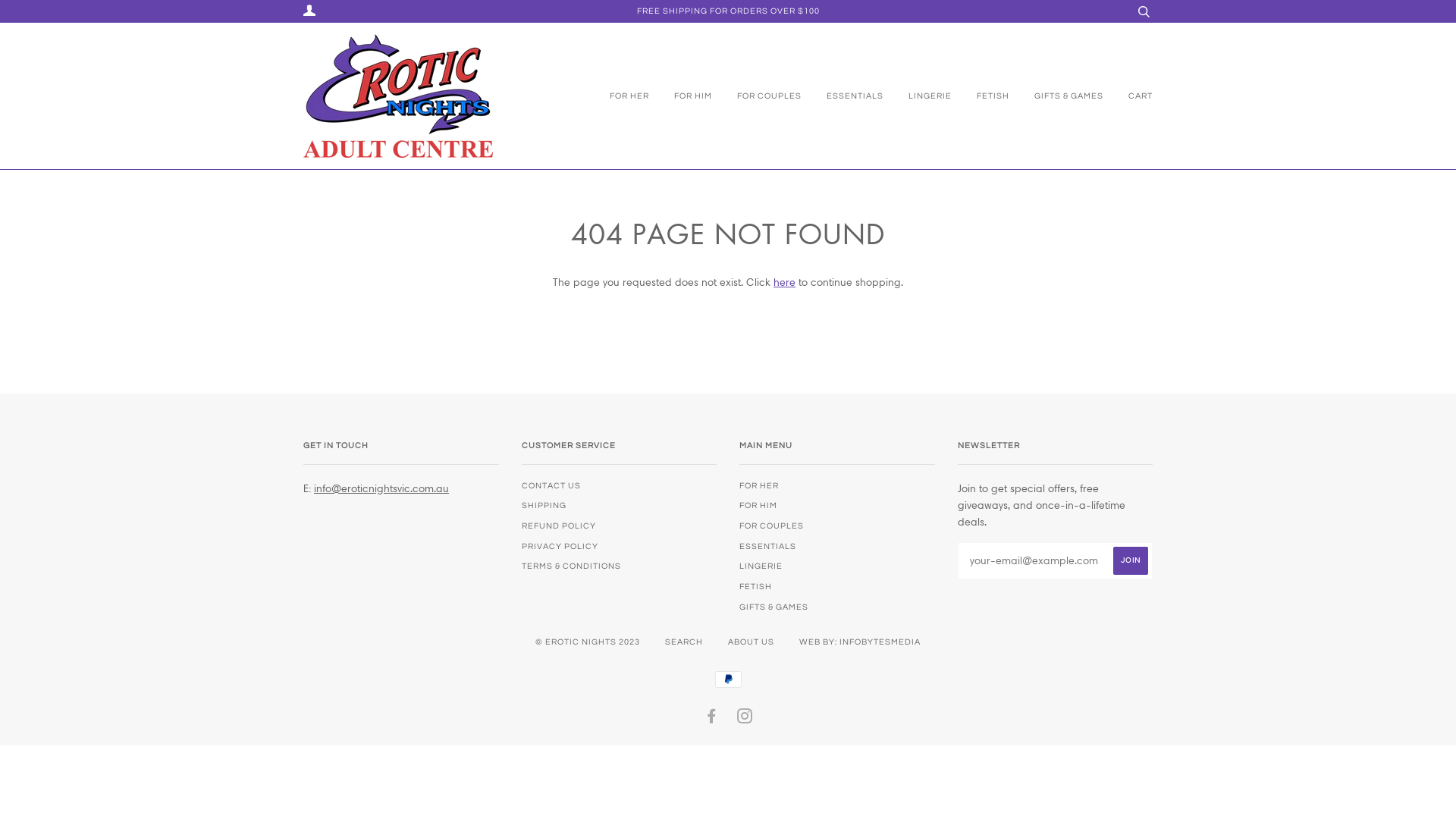  What do you see at coordinates (683, 642) in the screenshot?
I see `'SEARCH'` at bounding box center [683, 642].